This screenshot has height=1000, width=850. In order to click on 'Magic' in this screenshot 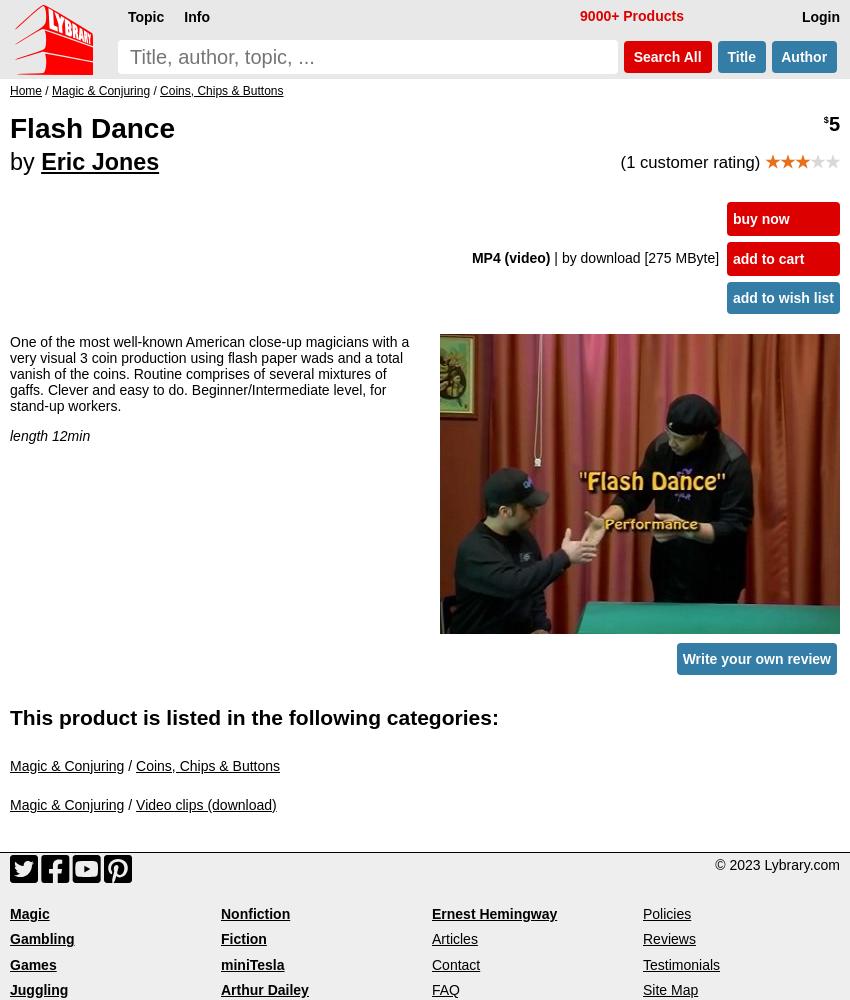, I will do `click(28, 914)`.